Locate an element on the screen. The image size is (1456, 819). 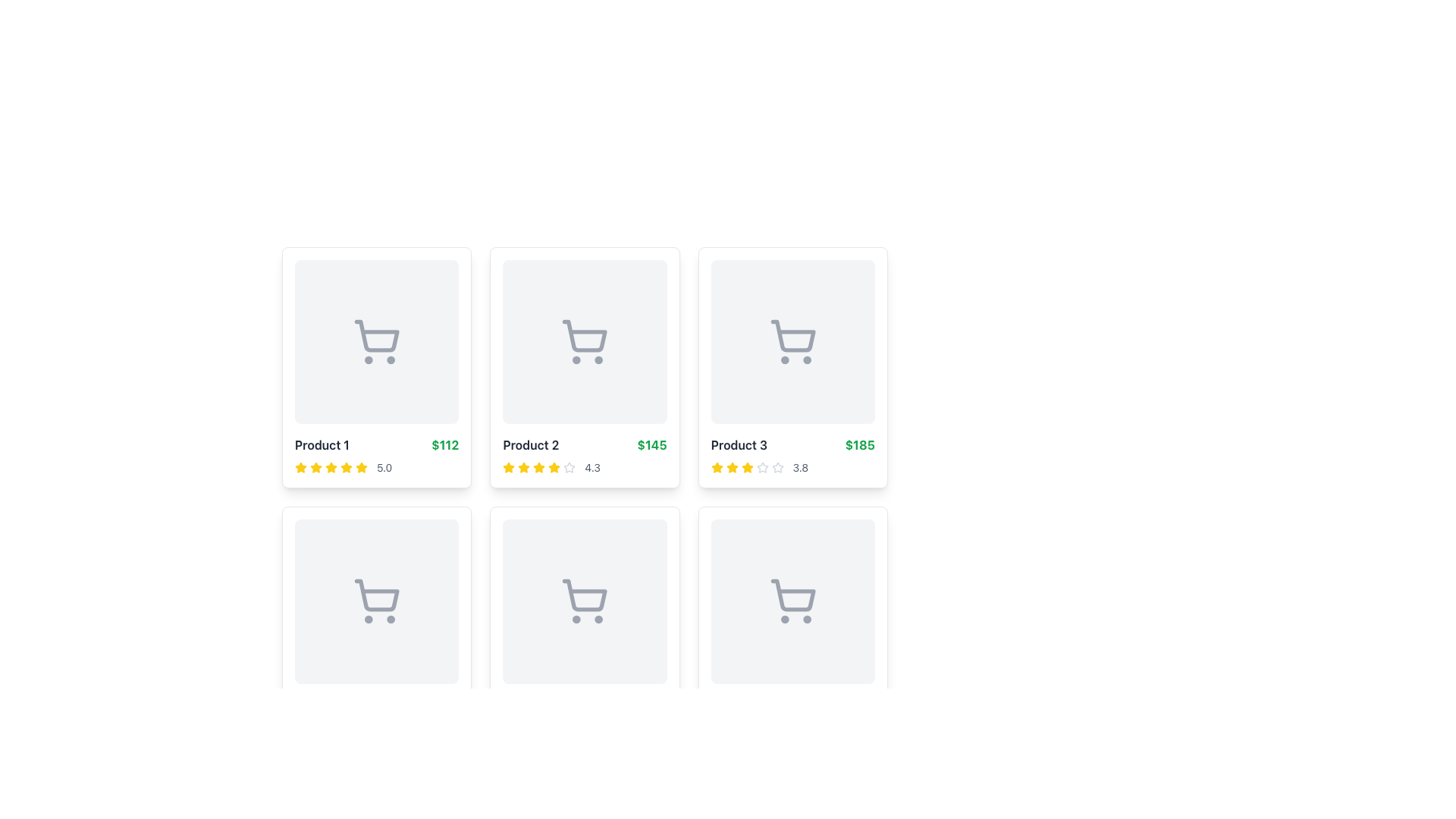
the Rating star icon for 'Product 3', which is the third star in the top right corner of the product card grid is located at coordinates (716, 467).